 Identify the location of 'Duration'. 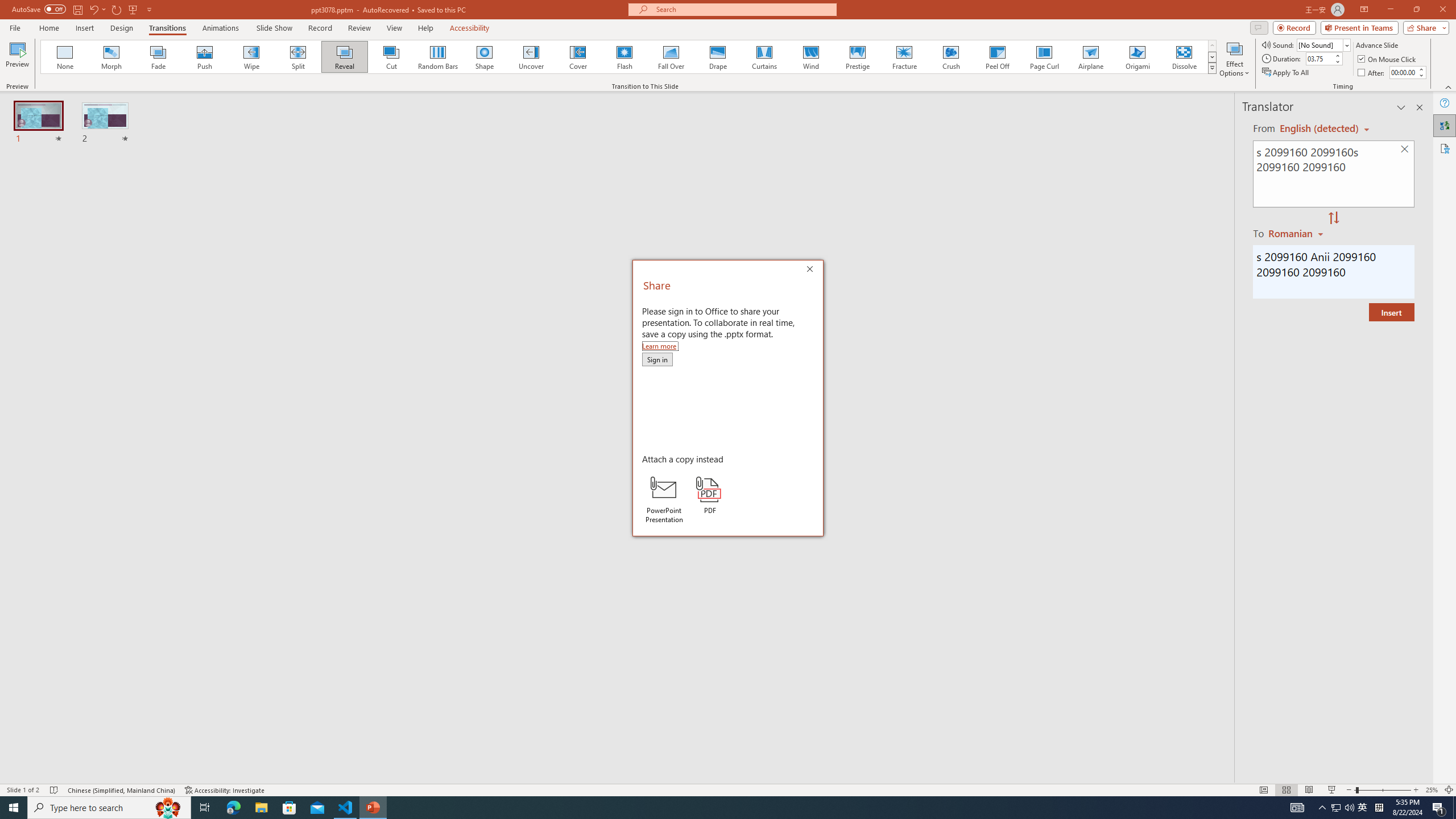
(1319, 58).